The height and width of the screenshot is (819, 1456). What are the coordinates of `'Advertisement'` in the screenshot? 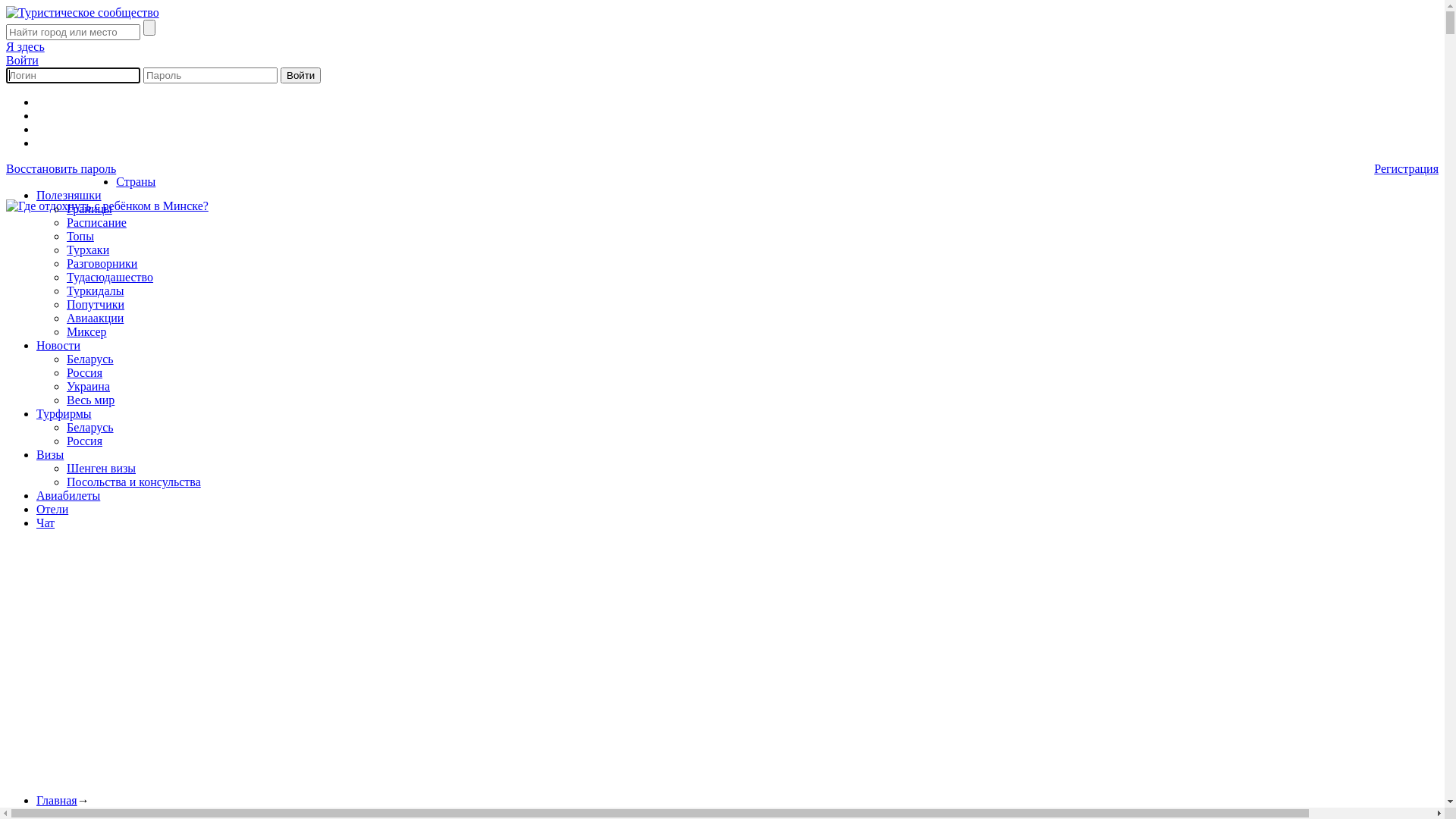 It's located at (460, 675).